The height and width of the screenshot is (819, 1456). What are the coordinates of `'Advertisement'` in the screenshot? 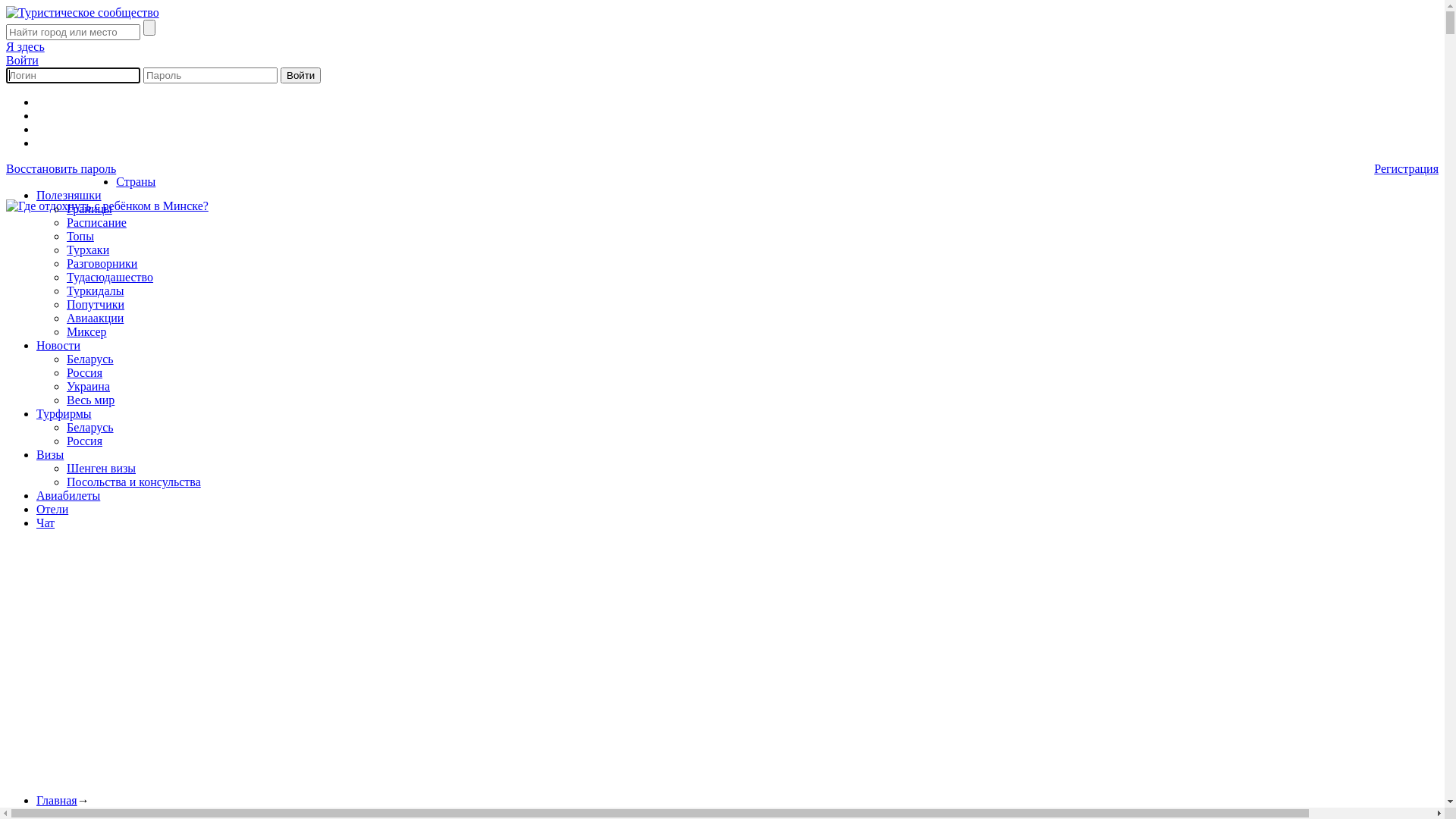 It's located at (460, 675).